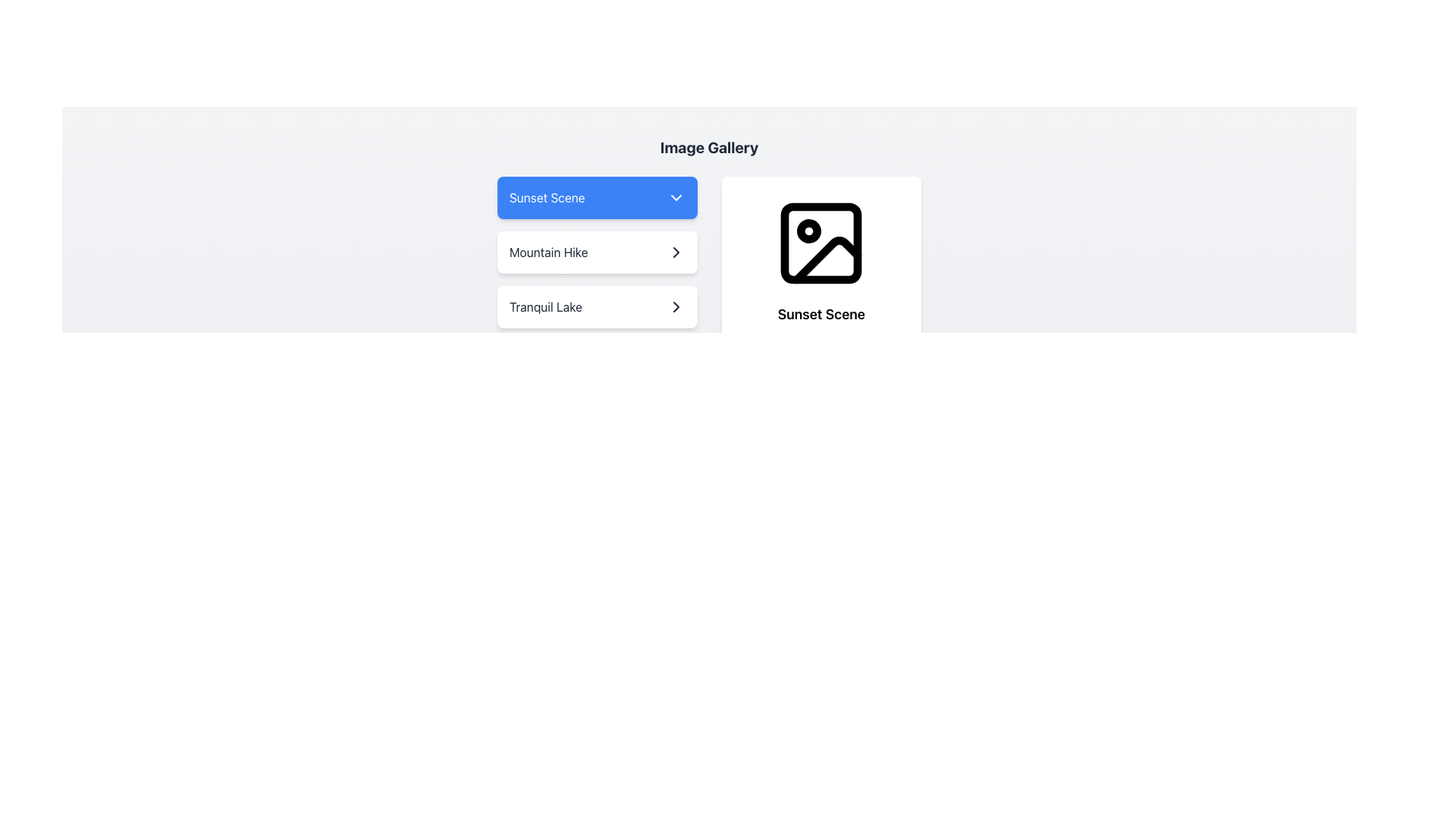  I want to click on the 'Tranquil Lake' selectable list item, which is the third item in the Image Gallery, so click(596, 307).